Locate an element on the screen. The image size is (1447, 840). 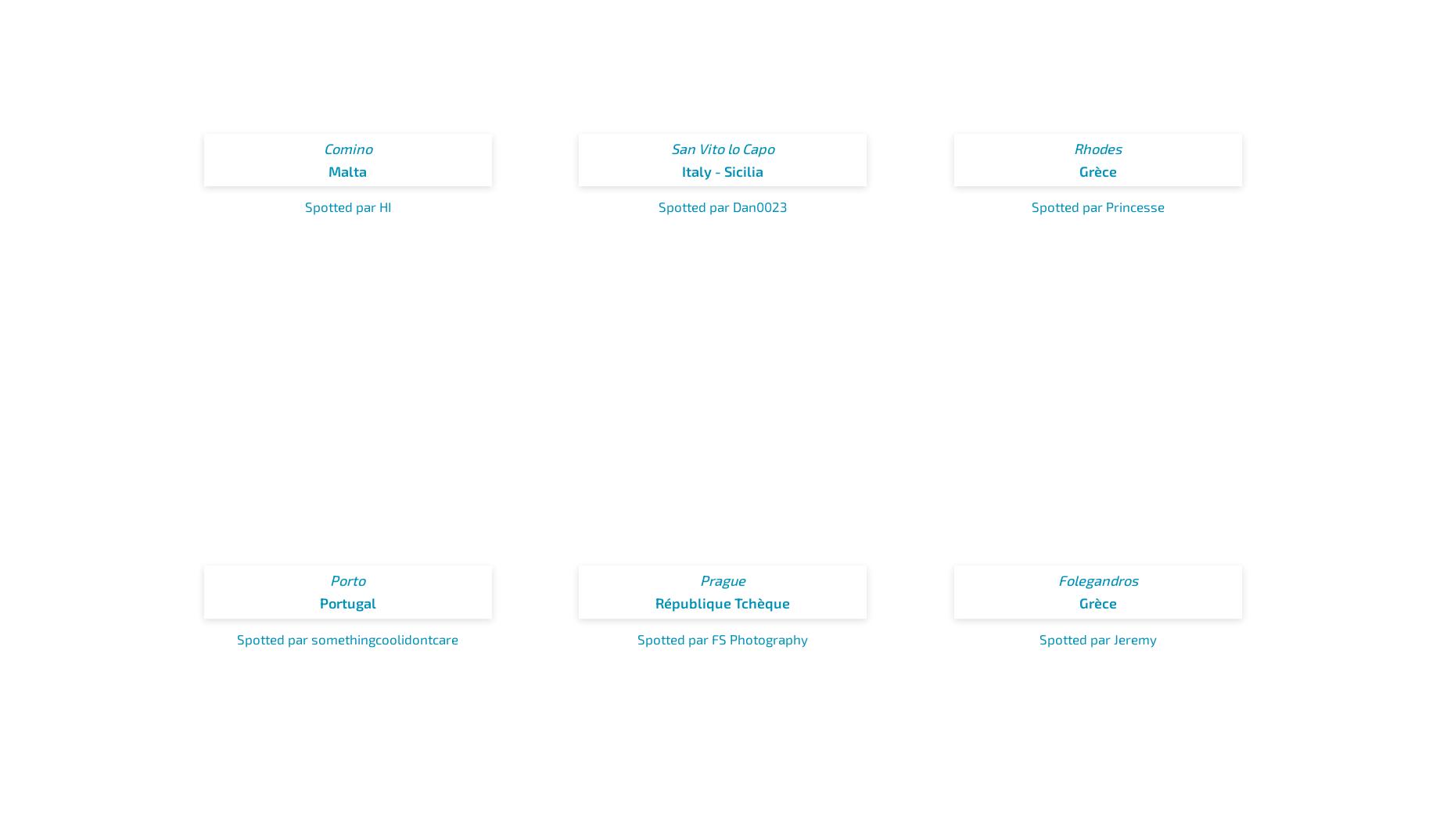
'Prague' is located at coordinates (723, 580).